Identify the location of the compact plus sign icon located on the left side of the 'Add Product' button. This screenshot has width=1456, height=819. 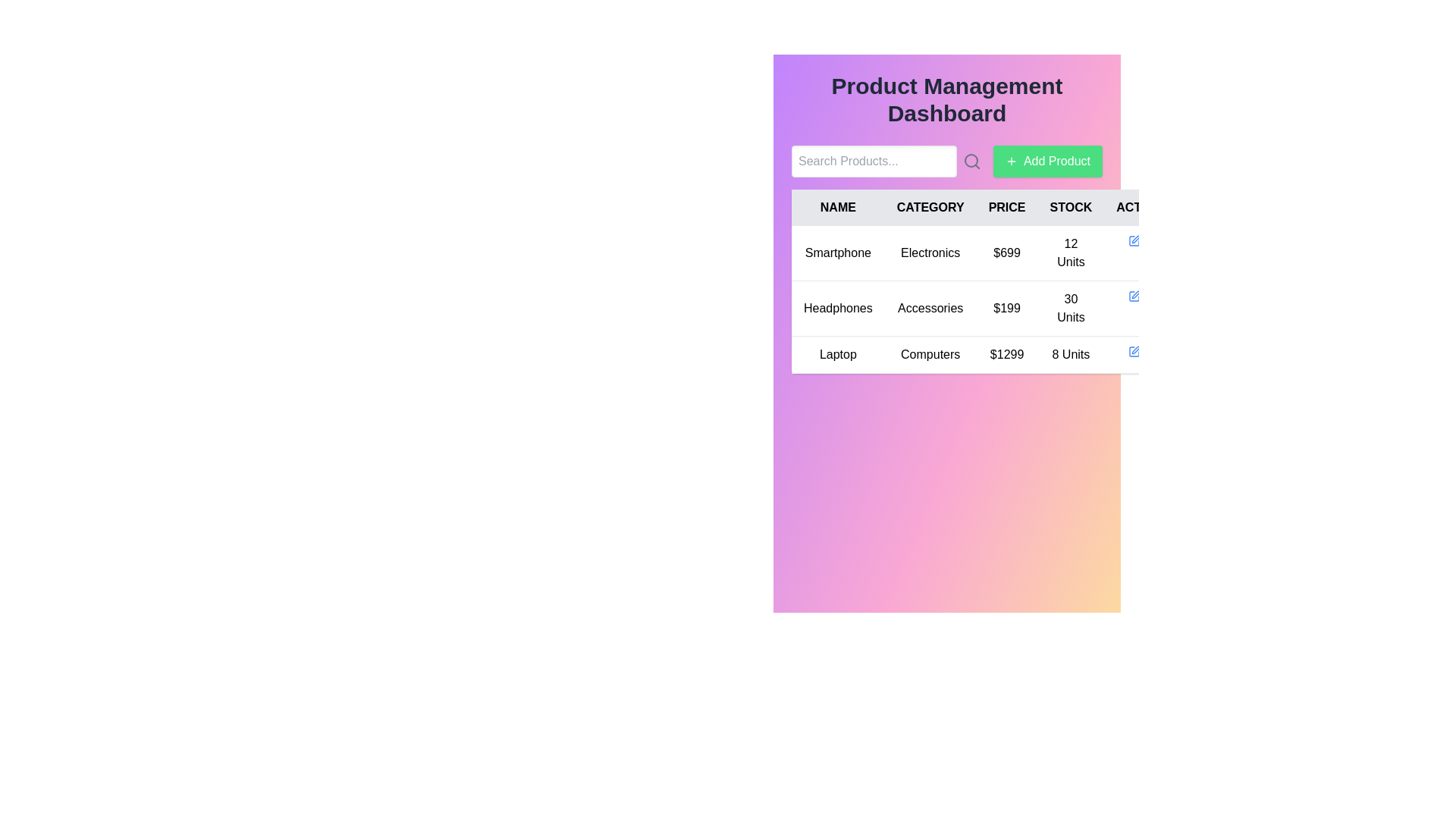
(1012, 161).